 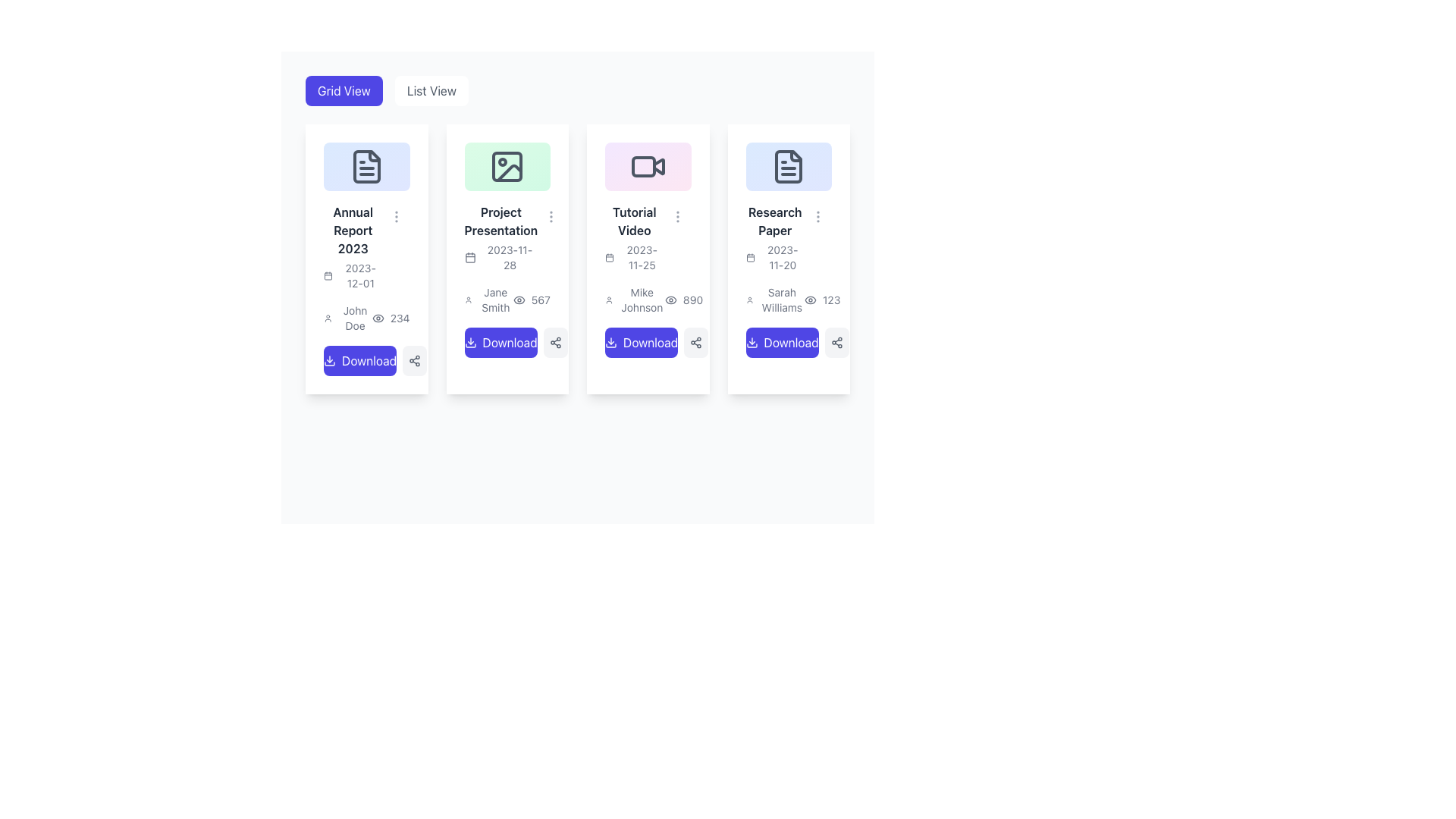 What do you see at coordinates (790, 342) in the screenshot?
I see `the 'Download' button associated with the 'Research Paper' card, which is the fourth button in a row` at bounding box center [790, 342].